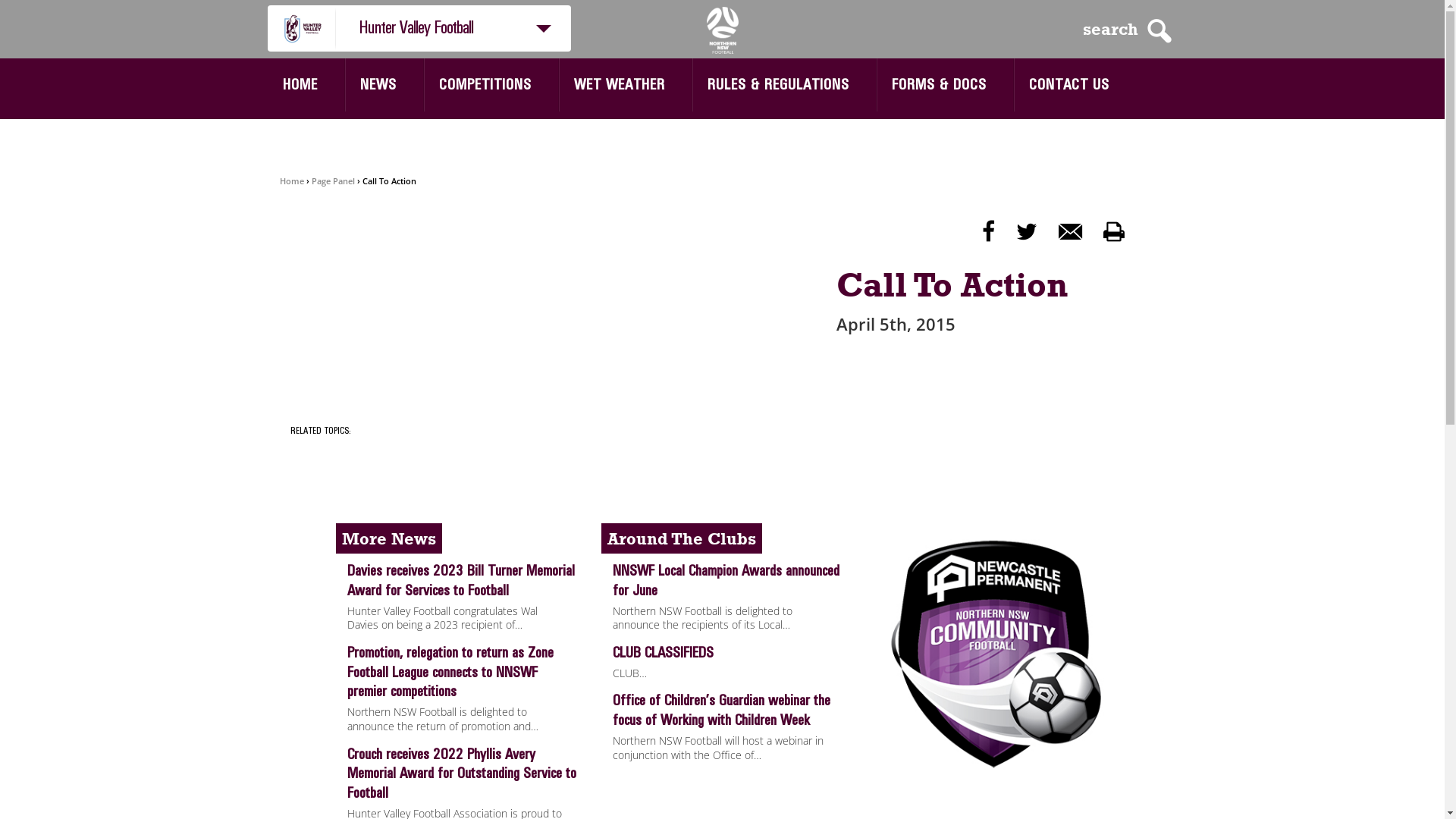  What do you see at coordinates (722, 30) in the screenshot?
I see `'NNSWF'` at bounding box center [722, 30].